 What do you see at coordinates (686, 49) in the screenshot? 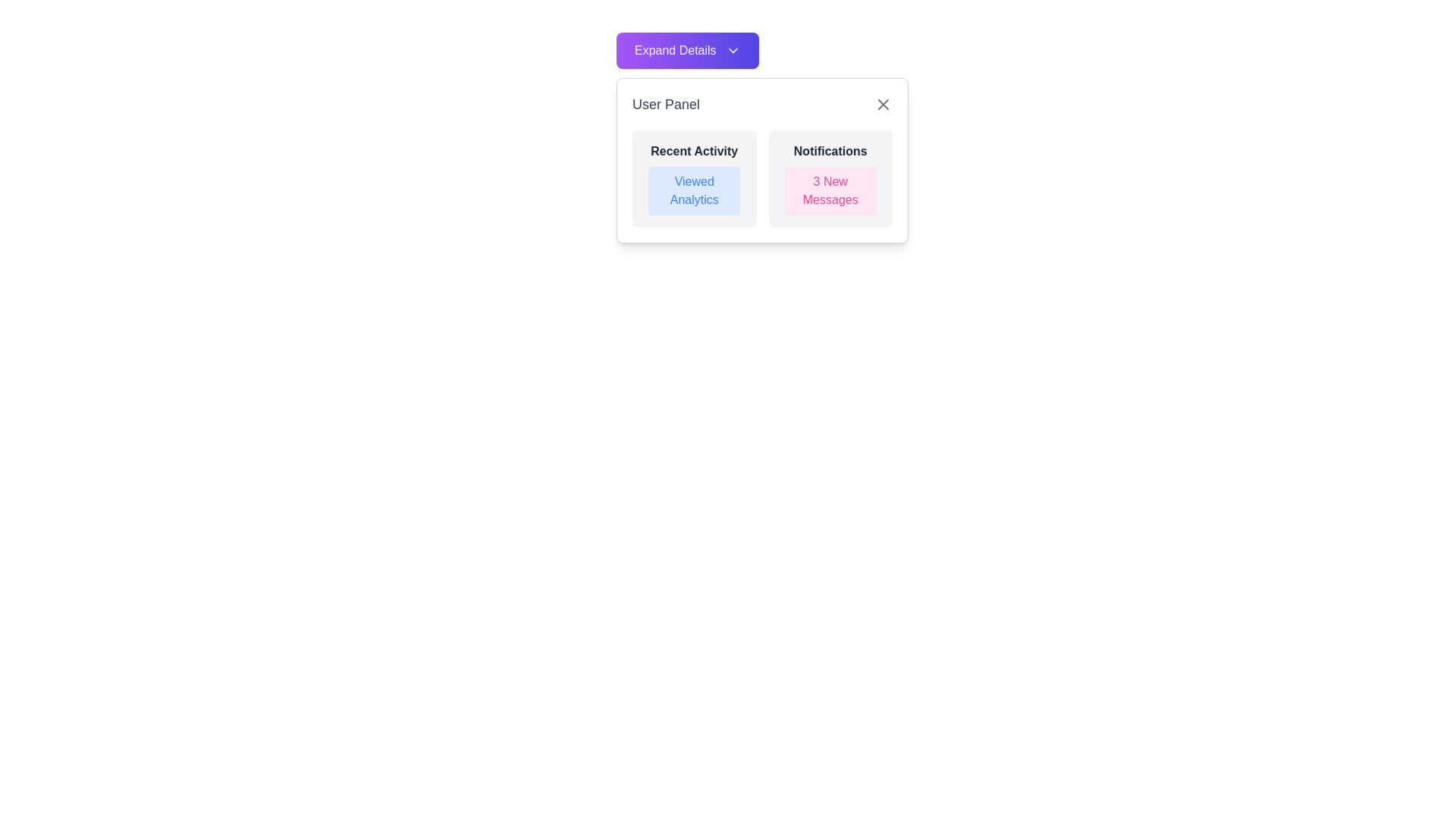
I see `the 'Expand Details' button with a gradient background and a downward-pointing chevron icon to change its color` at bounding box center [686, 49].